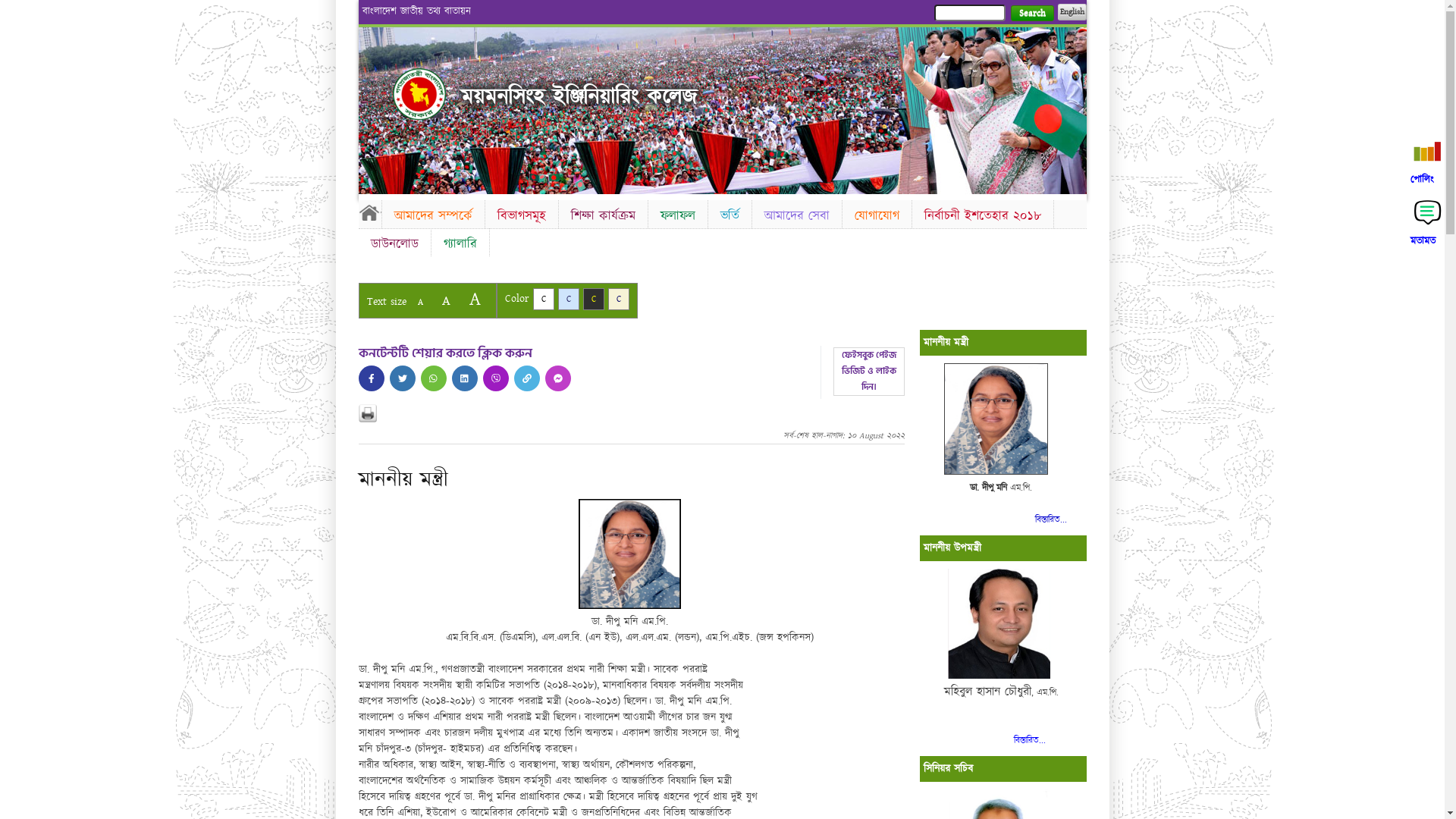 The image size is (1456, 819). What do you see at coordinates (567, 299) in the screenshot?
I see `'C'` at bounding box center [567, 299].